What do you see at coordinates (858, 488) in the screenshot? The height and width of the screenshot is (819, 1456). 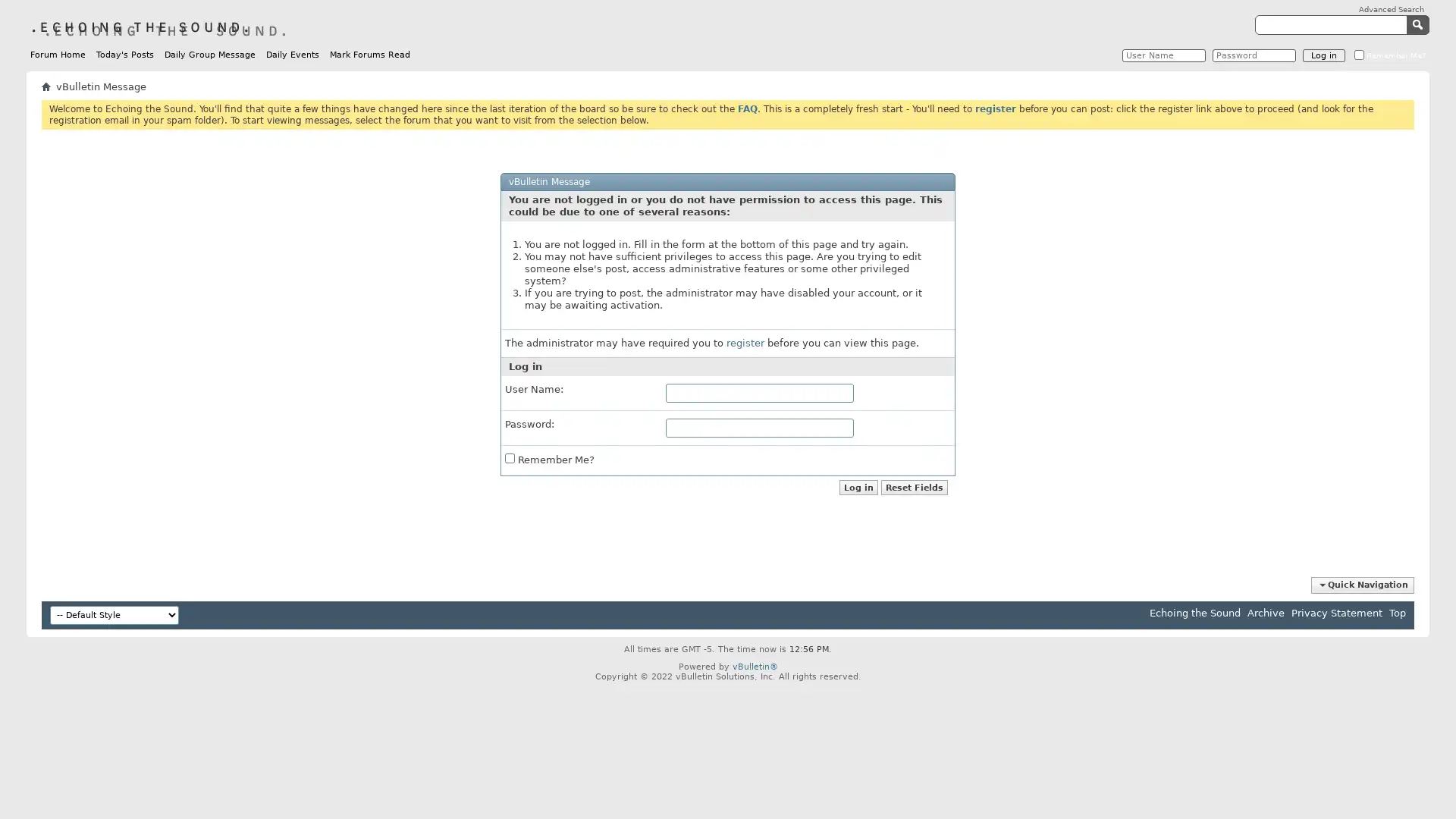 I see `Log in` at bounding box center [858, 488].